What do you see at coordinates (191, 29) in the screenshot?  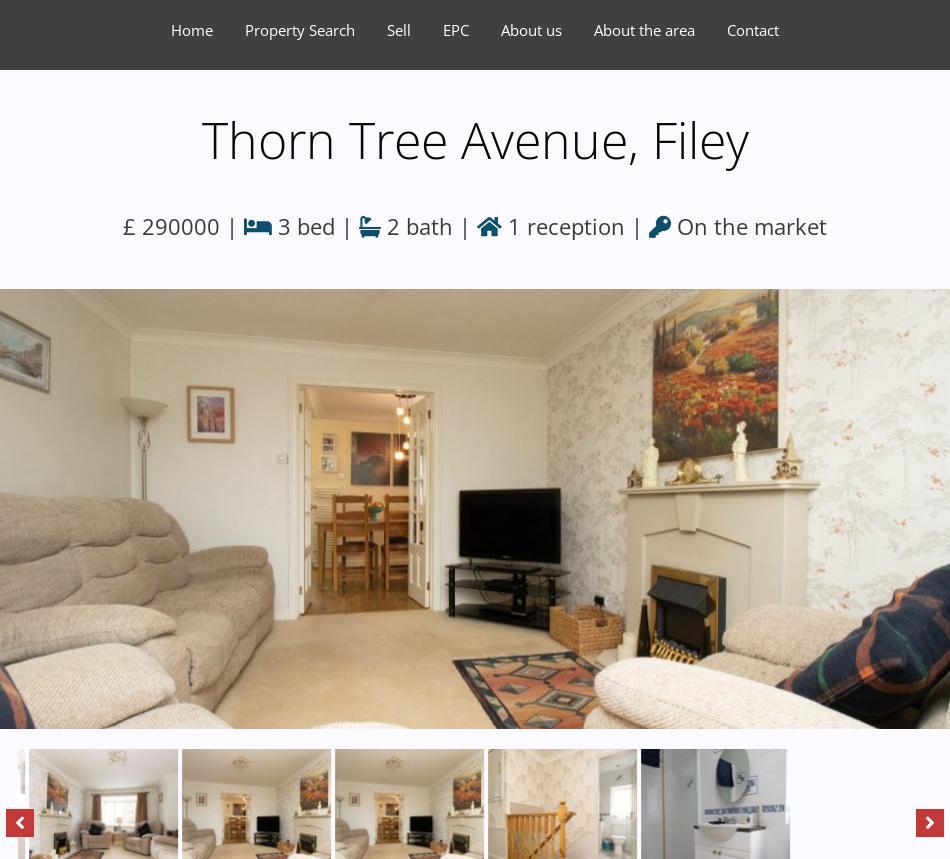 I see `'Home'` at bounding box center [191, 29].